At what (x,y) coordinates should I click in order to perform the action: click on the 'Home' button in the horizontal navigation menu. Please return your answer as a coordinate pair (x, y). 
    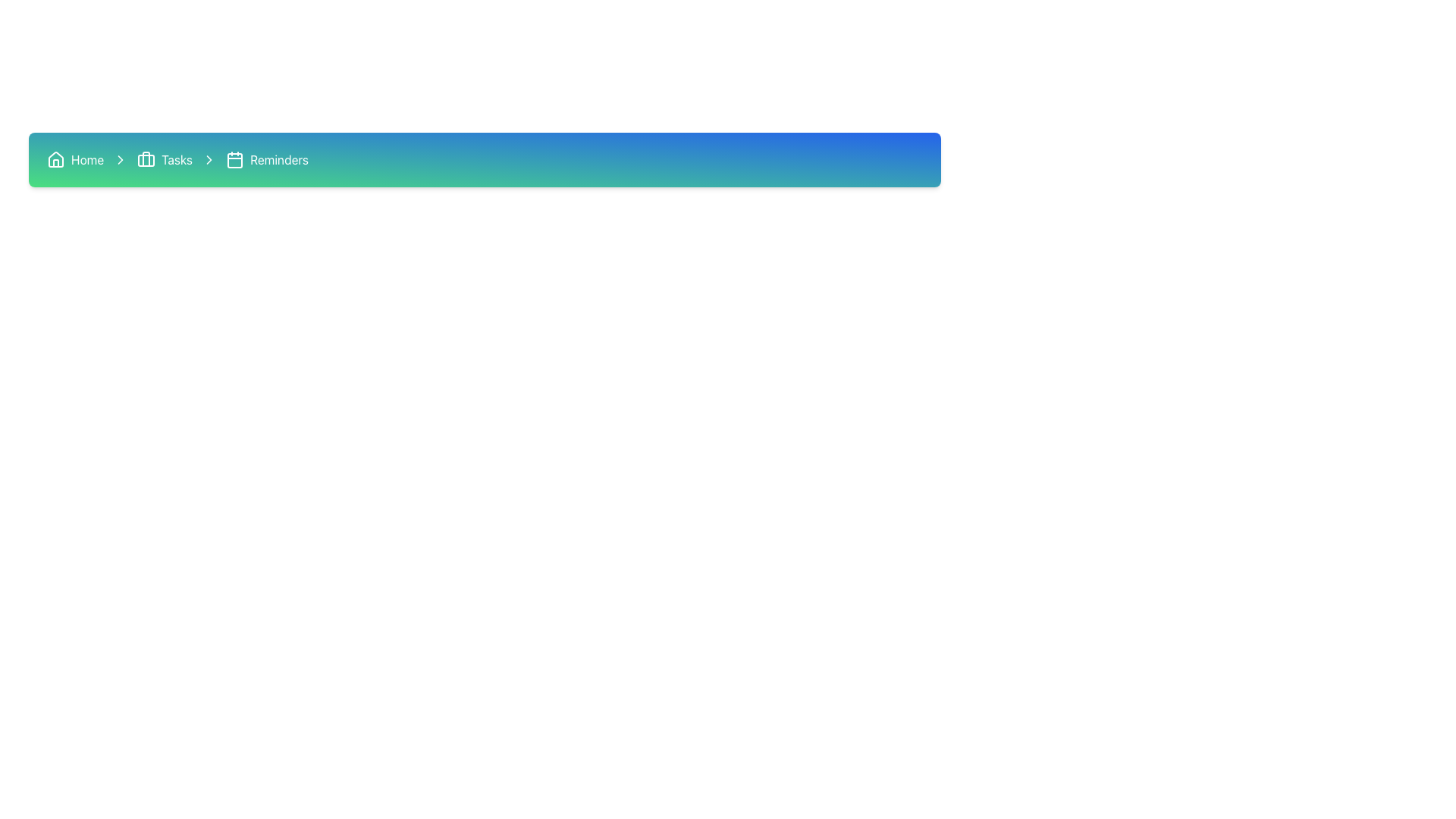
    Looking at the image, I should click on (74, 160).